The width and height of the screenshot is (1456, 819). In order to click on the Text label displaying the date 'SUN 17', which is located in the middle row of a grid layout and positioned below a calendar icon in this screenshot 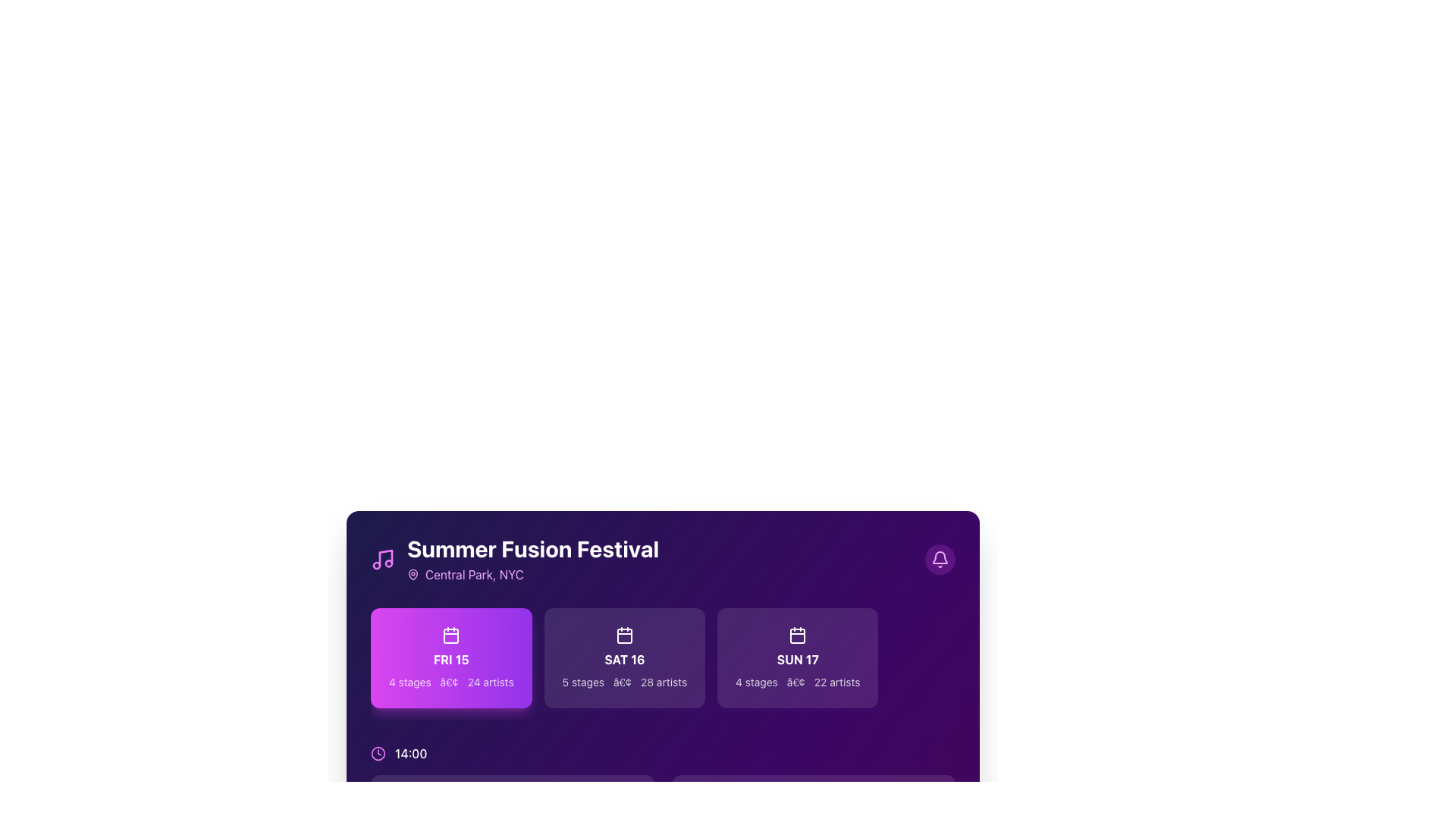, I will do `click(797, 659)`.